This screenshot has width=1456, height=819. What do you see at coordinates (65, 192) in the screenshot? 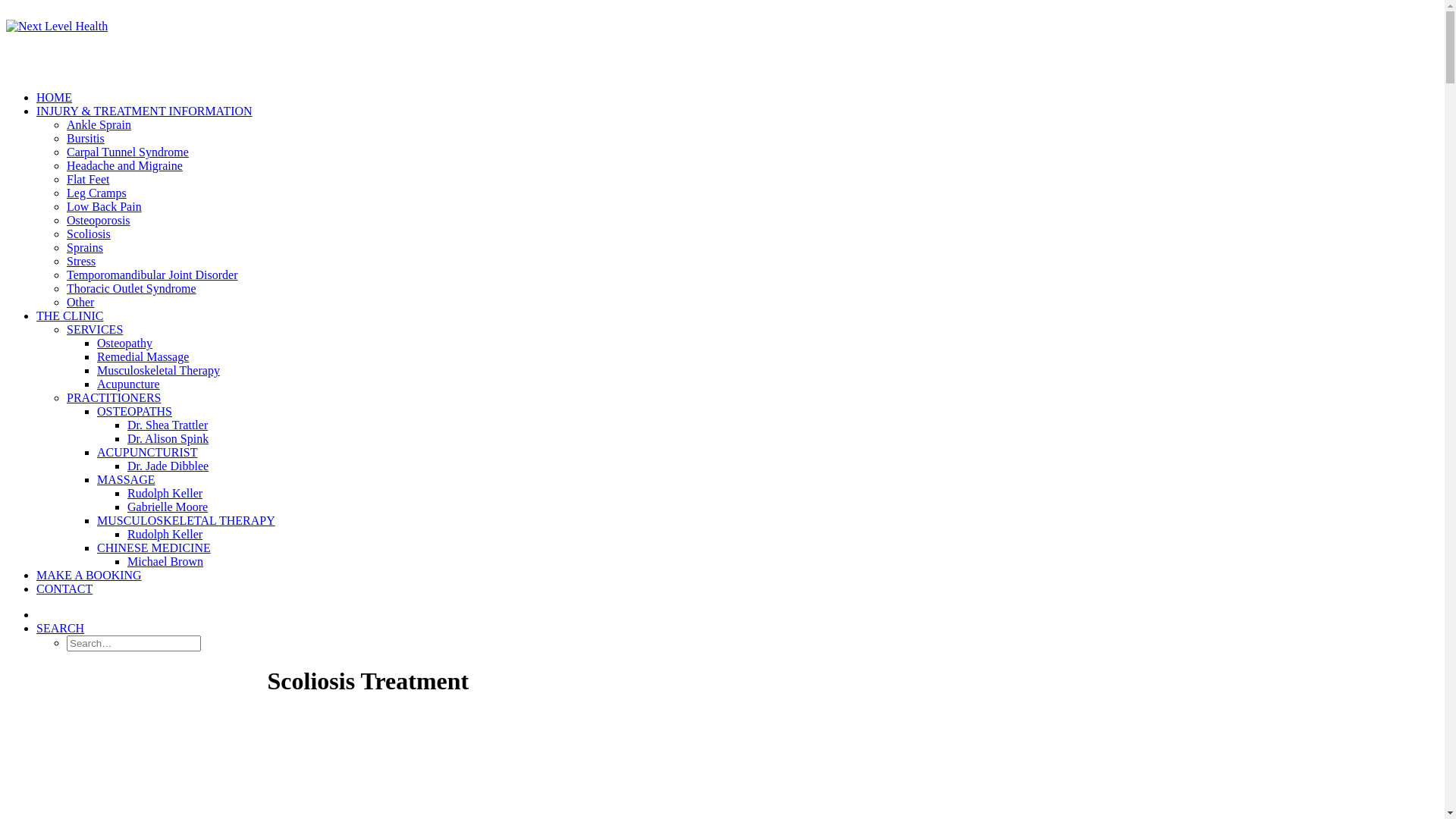
I see `'Leg Cramps'` at bounding box center [65, 192].